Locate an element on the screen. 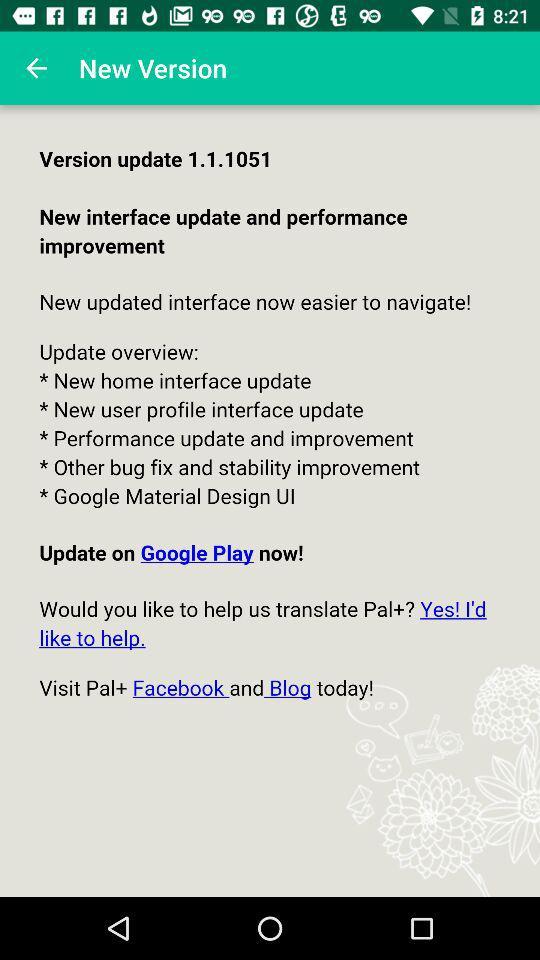 The image size is (540, 960). screen page is located at coordinates (270, 500).